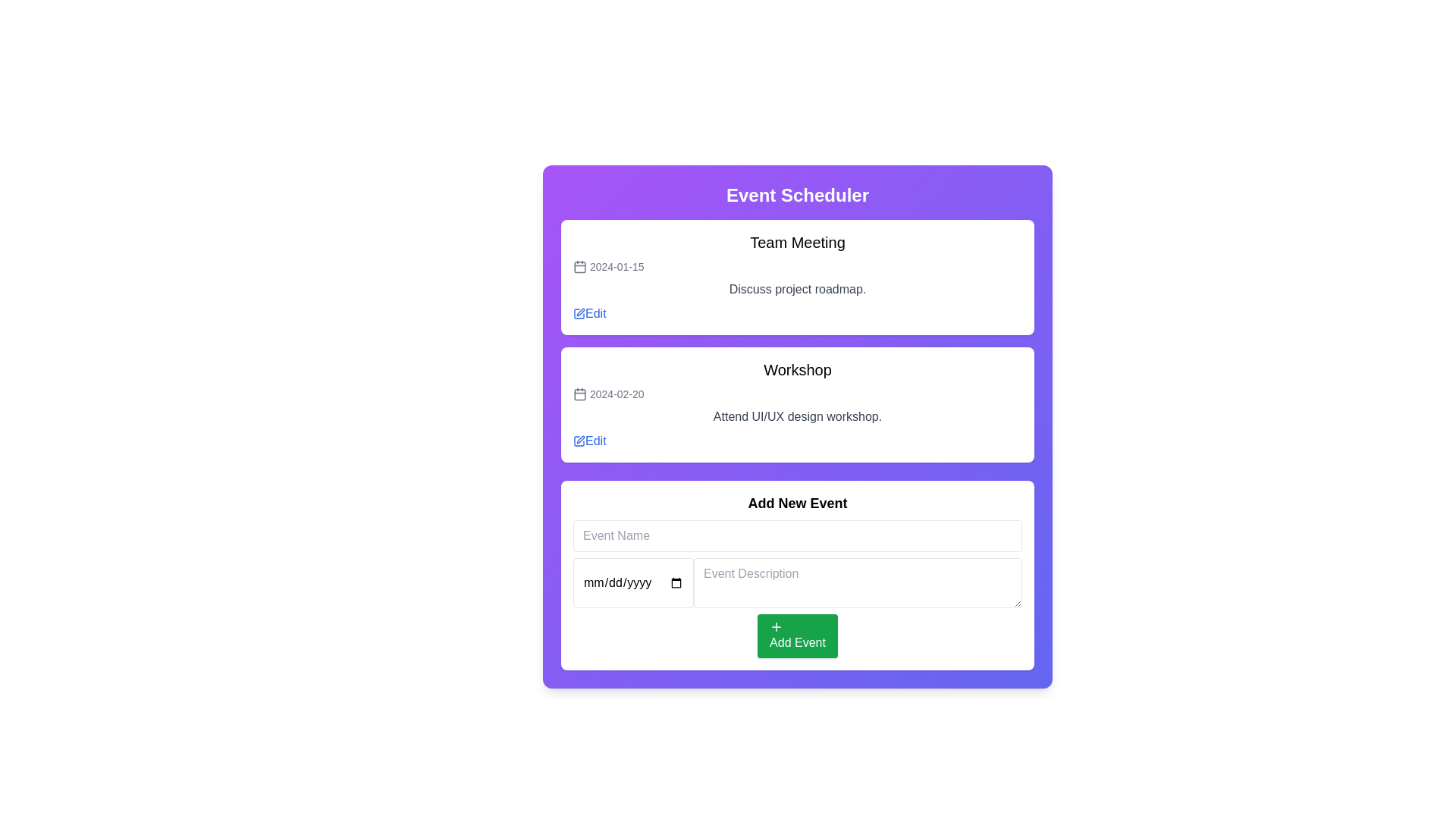  What do you see at coordinates (796, 289) in the screenshot?
I see `the text element that says 'Discuss project roadmap.' located in the 'Team Meeting' section, specifically in the second row of text, below the date and above the 'Edit' link` at bounding box center [796, 289].